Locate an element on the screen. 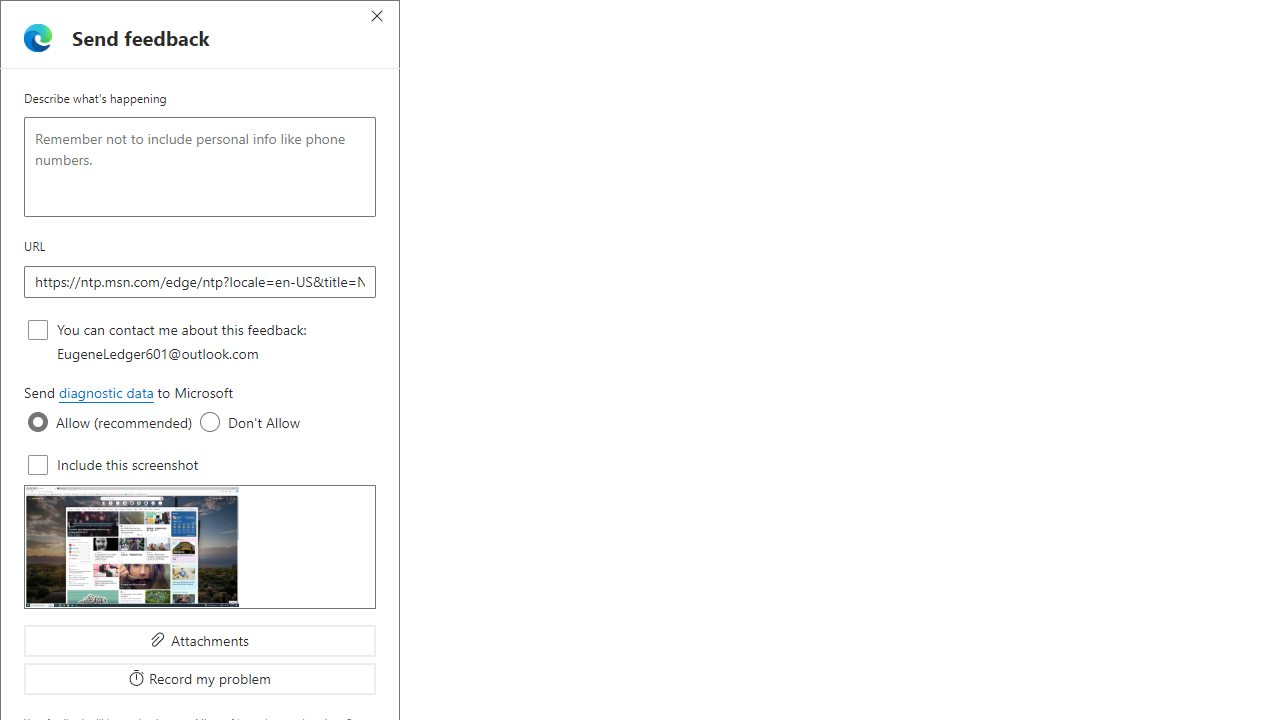  'URL' is located at coordinates (200, 281).